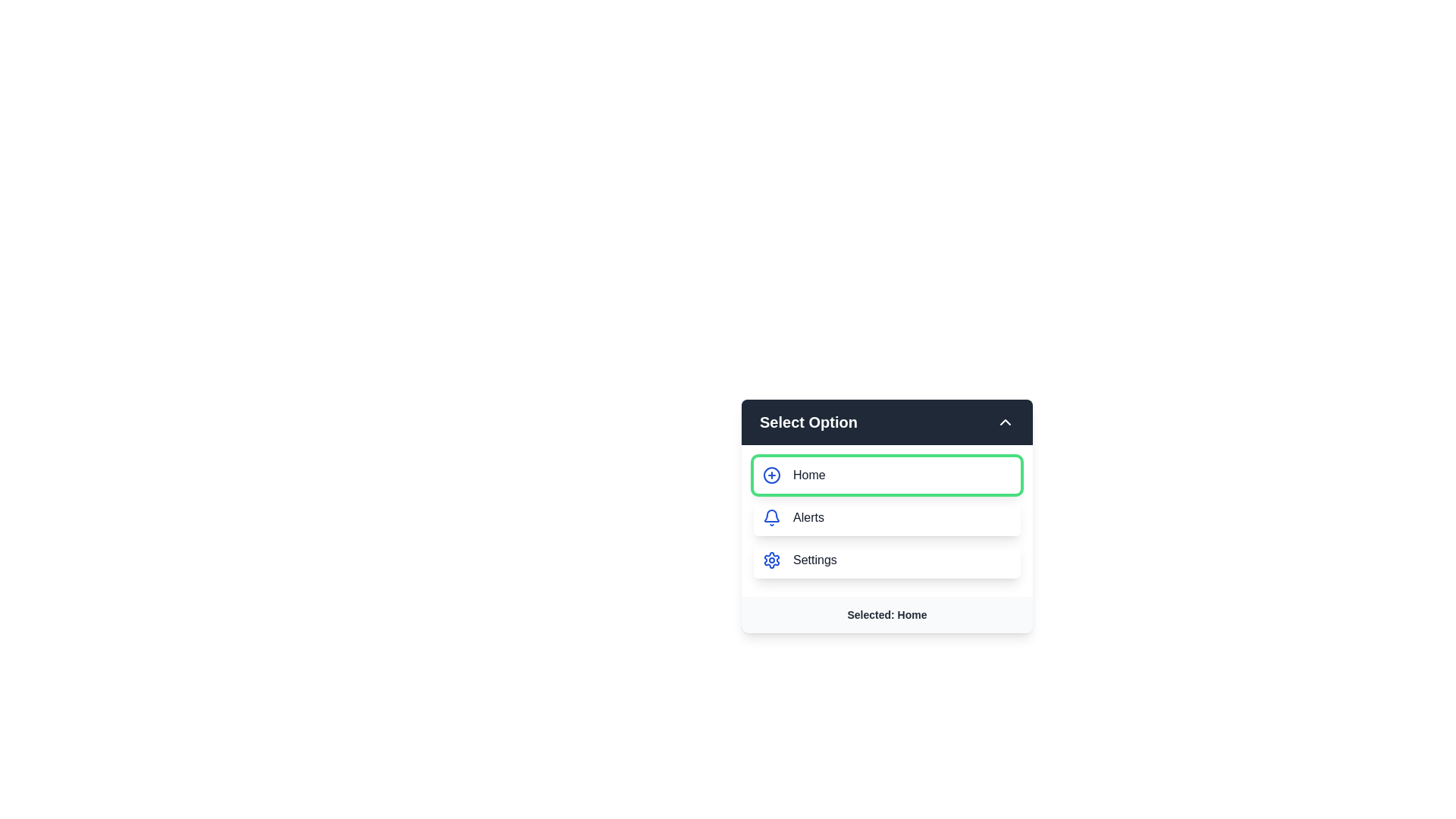 The image size is (1456, 819). I want to click on text content of the 'Alerts' label located in the second item of the menu list, which is positioned between 'Home' and 'Settings', so click(808, 516).